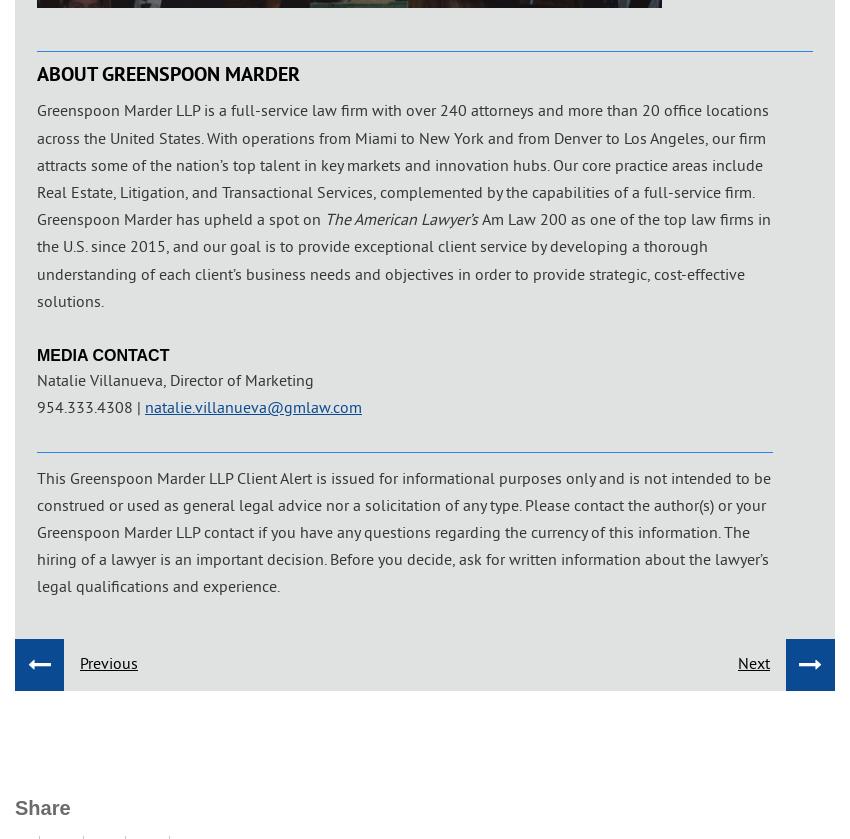 The width and height of the screenshot is (850, 839). Describe the element at coordinates (737, 660) in the screenshot. I see `'Next'` at that location.